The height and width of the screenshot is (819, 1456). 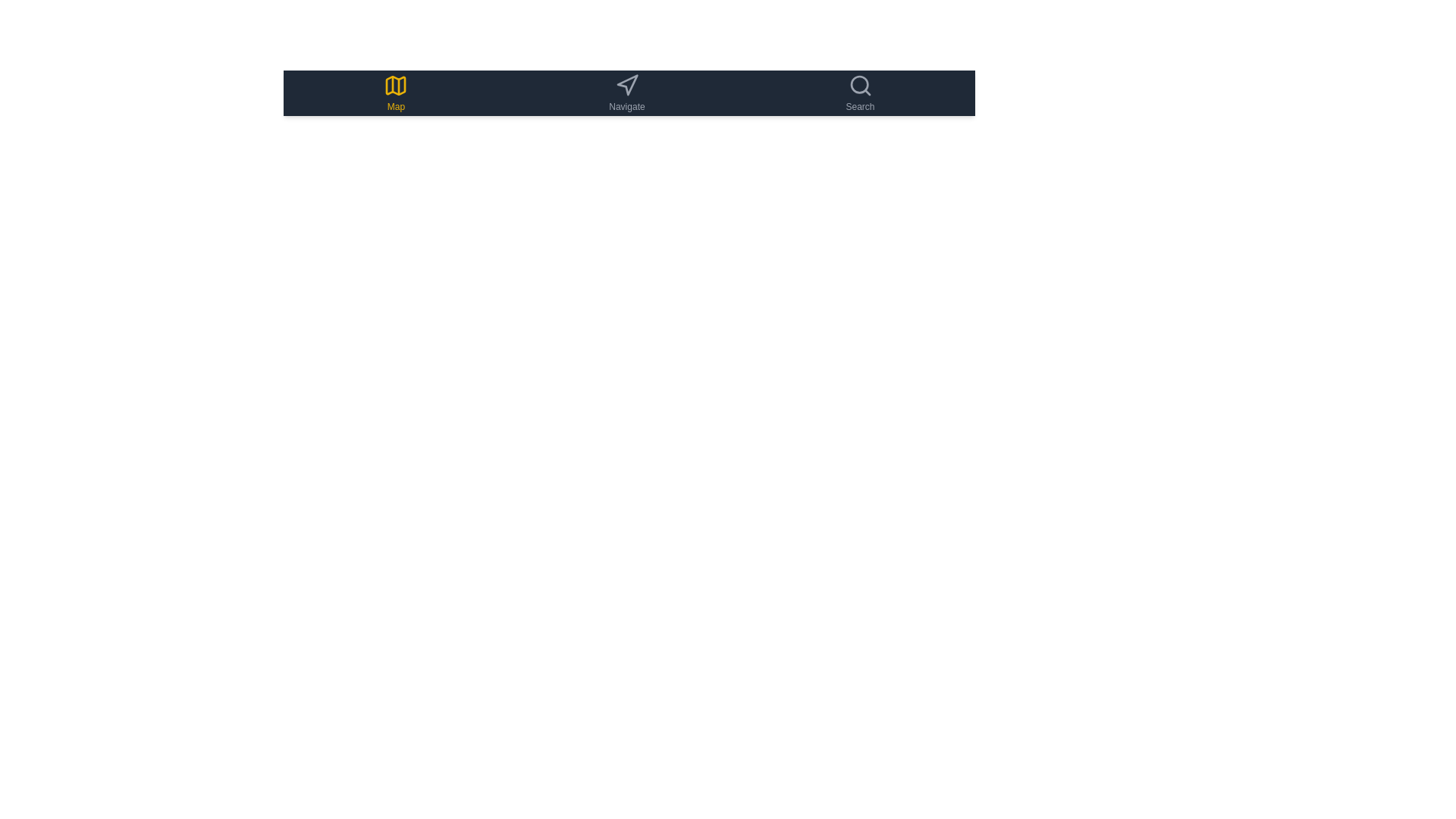 I want to click on the second vector icon from the left in the toolbar, so click(x=627, y=85).